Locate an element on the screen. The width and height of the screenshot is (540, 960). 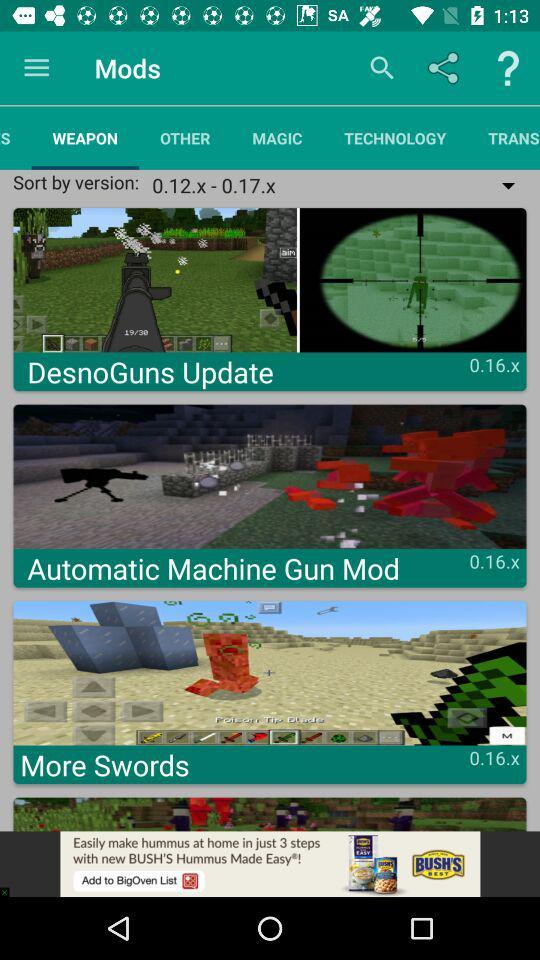
magic is located at coordinates (276, 137).